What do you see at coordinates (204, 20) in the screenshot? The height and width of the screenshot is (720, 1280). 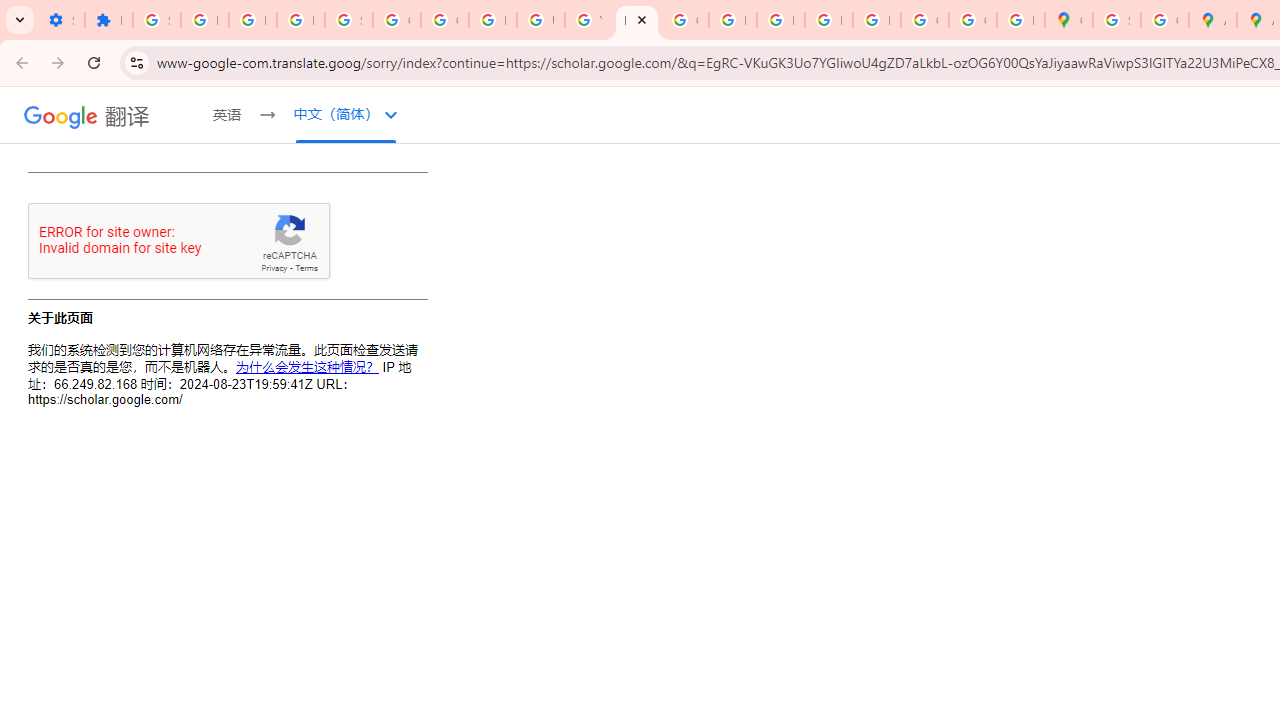 I see `'Delete photos & videos - Computer - Google Photos Help'` at bounding box center [204, 20].